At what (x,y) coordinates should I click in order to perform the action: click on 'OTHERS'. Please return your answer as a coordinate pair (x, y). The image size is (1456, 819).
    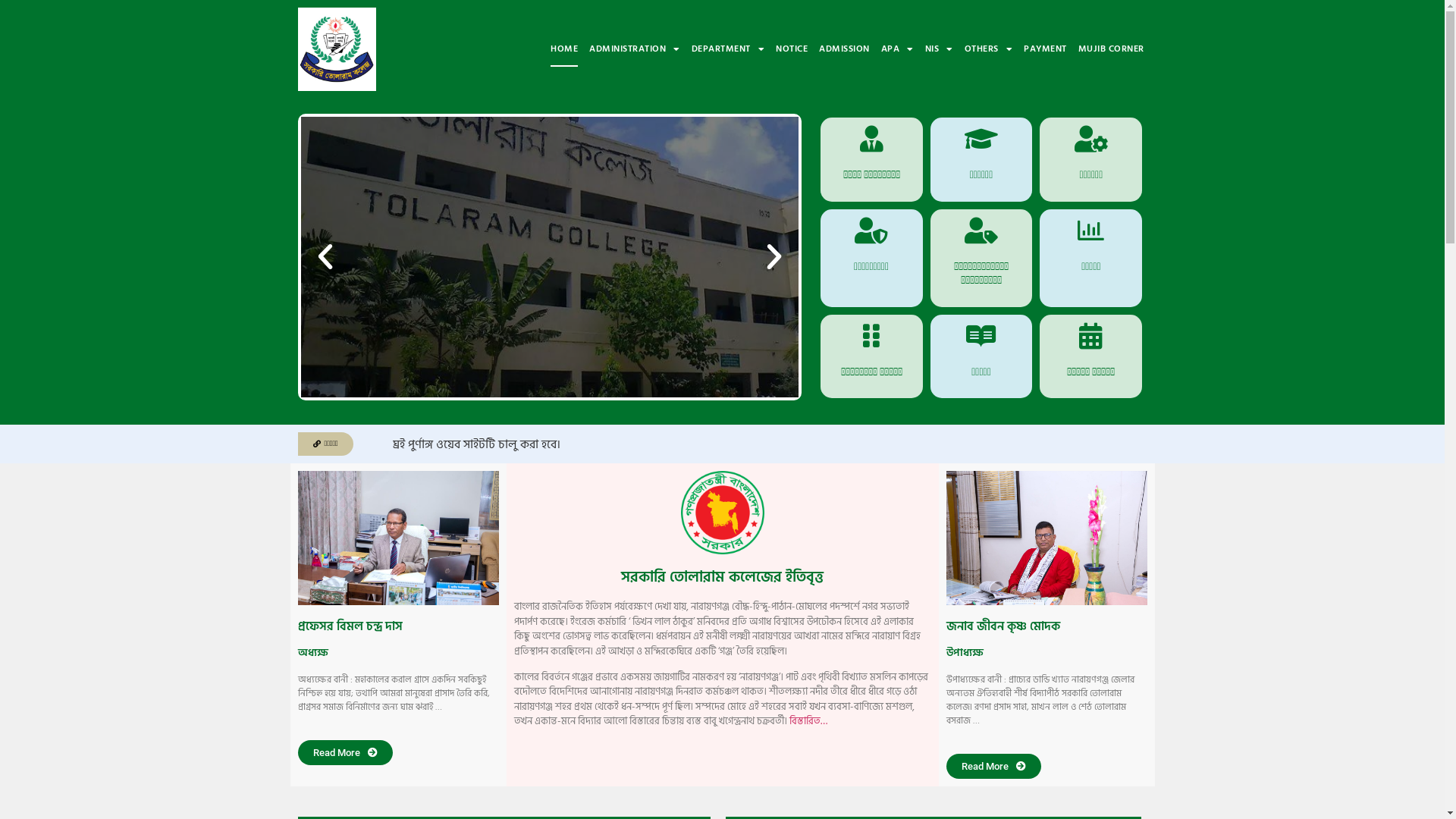
    Looking at the image, I should click on (989, 49).